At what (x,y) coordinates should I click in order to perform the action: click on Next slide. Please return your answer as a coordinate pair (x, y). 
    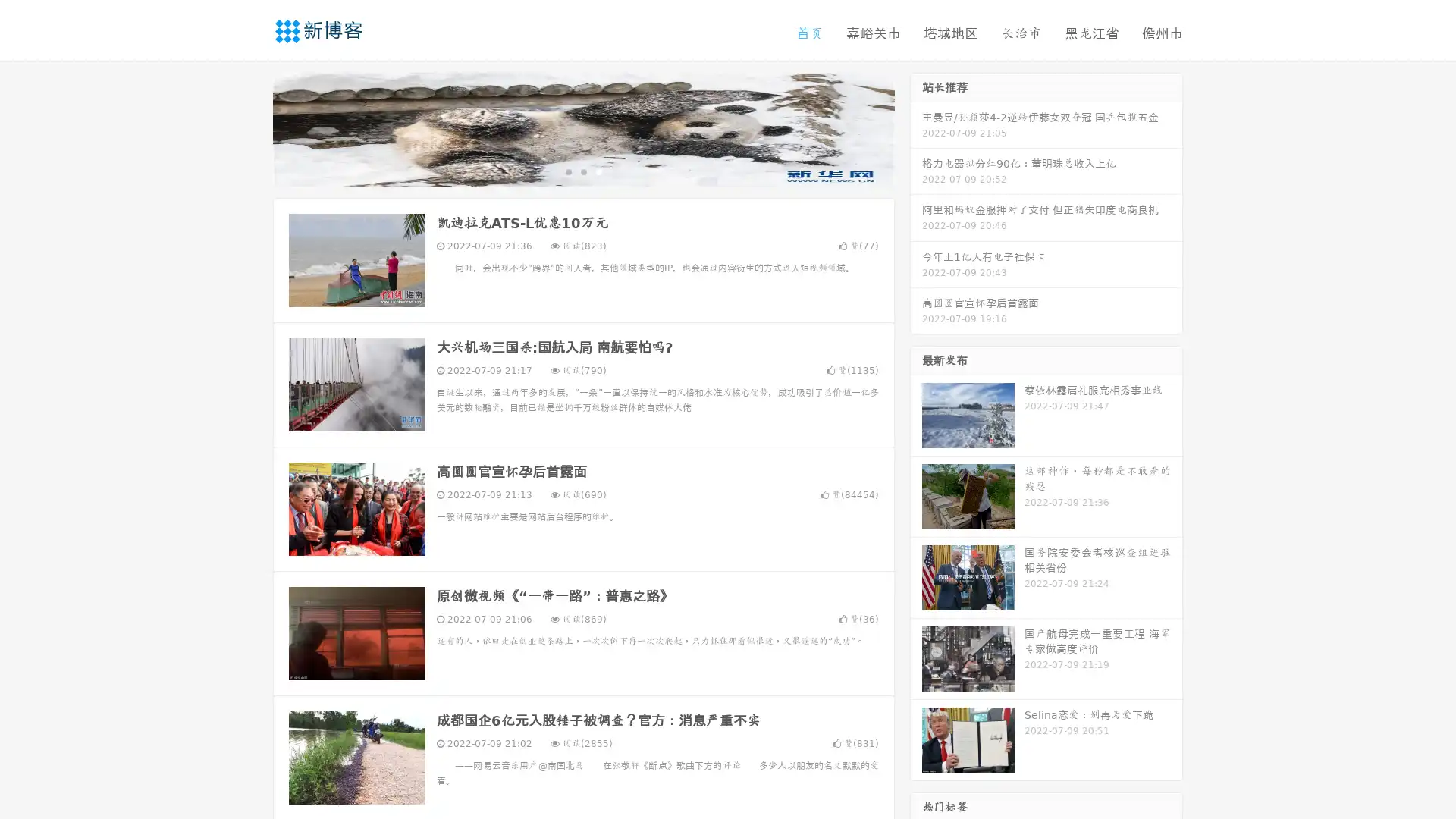
    Looking at the image, I should click on (916, 127).